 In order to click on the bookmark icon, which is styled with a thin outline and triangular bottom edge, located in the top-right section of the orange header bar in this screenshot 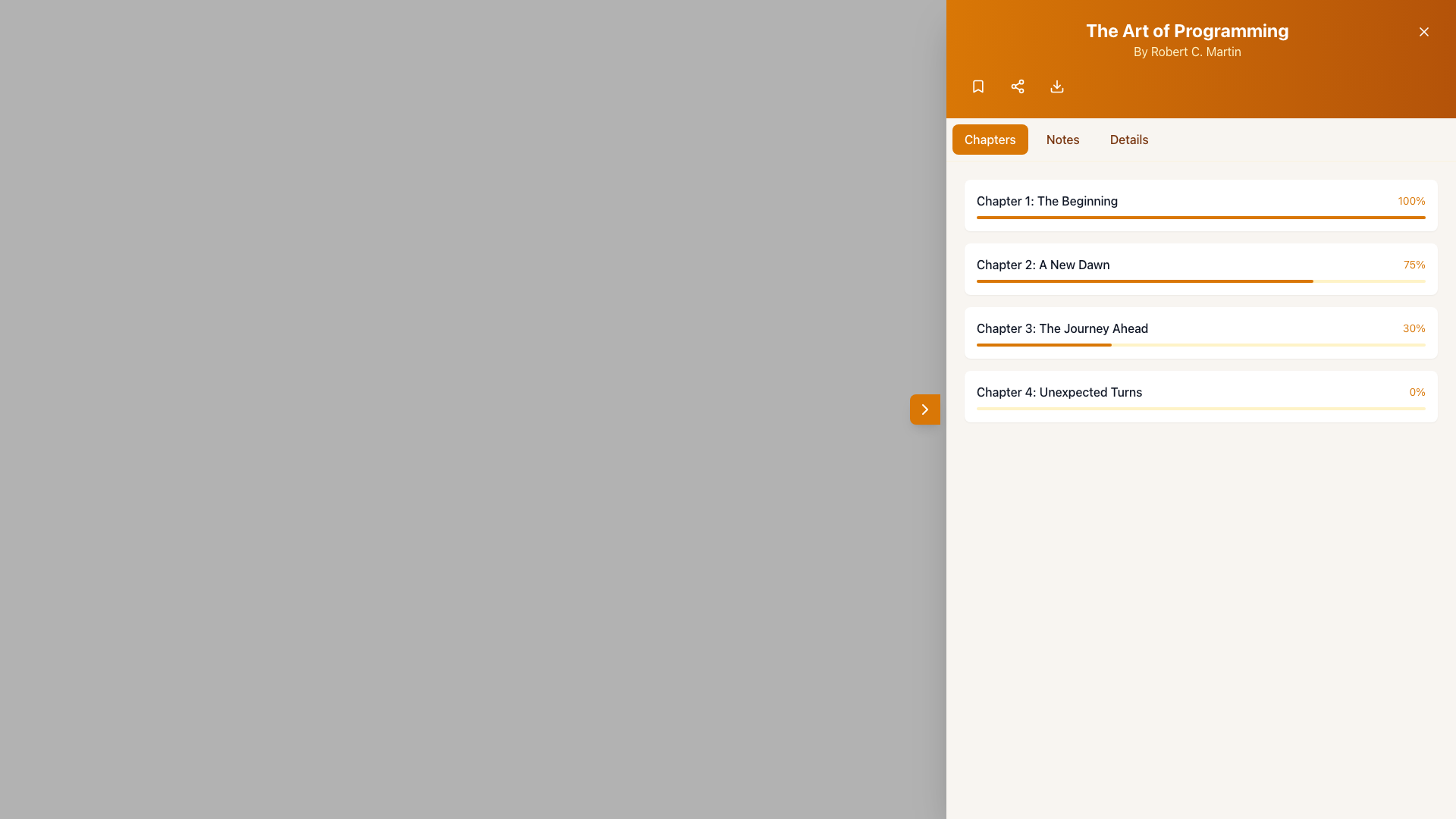, I will do `click(978, 86)`.